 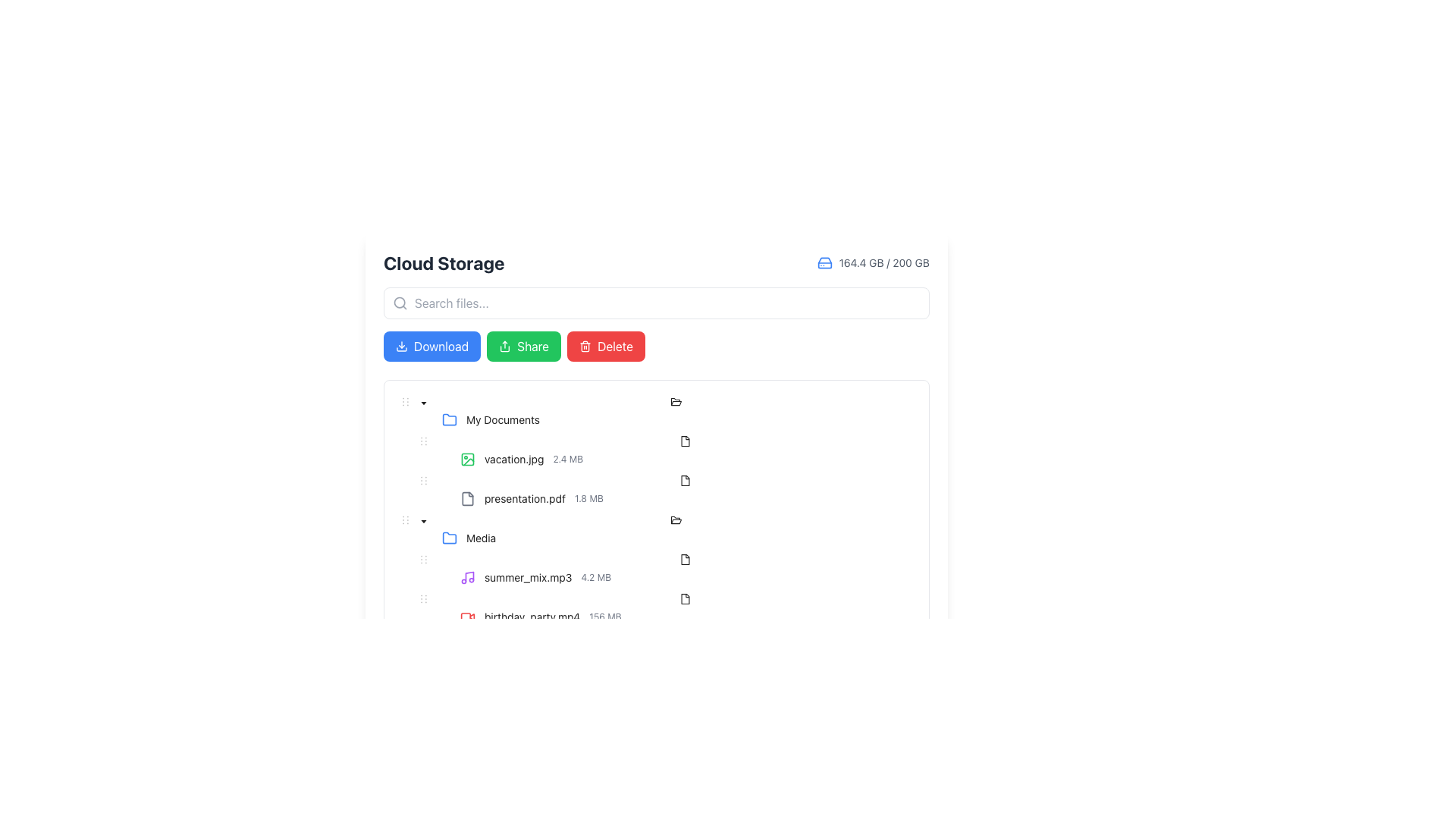 I want to click on the vertical stick section of the purple musical note icon, which is slanting slightly to the right and located in the Media folder item, so click(x=469, y=576).